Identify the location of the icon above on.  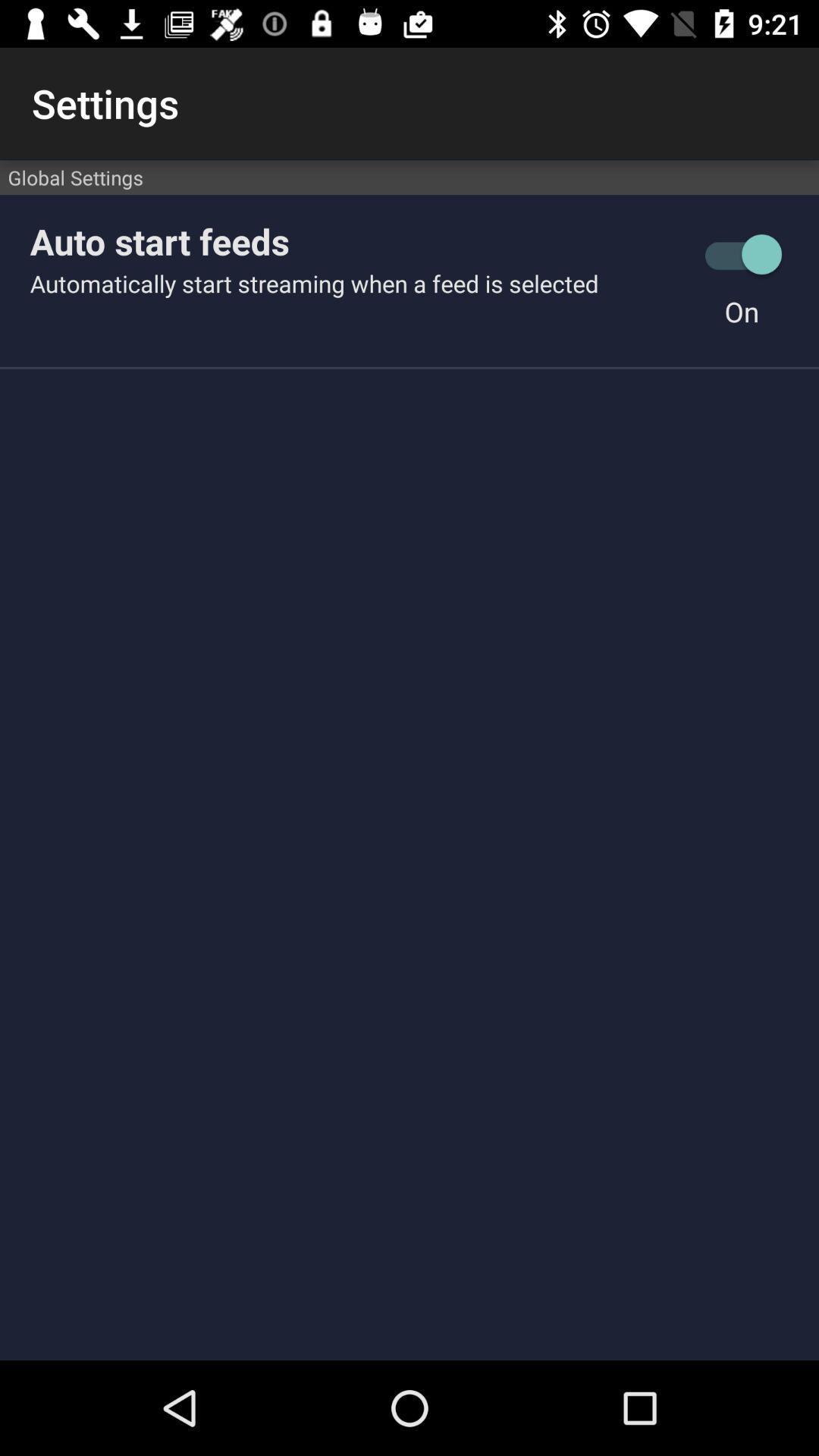
(741, 254).